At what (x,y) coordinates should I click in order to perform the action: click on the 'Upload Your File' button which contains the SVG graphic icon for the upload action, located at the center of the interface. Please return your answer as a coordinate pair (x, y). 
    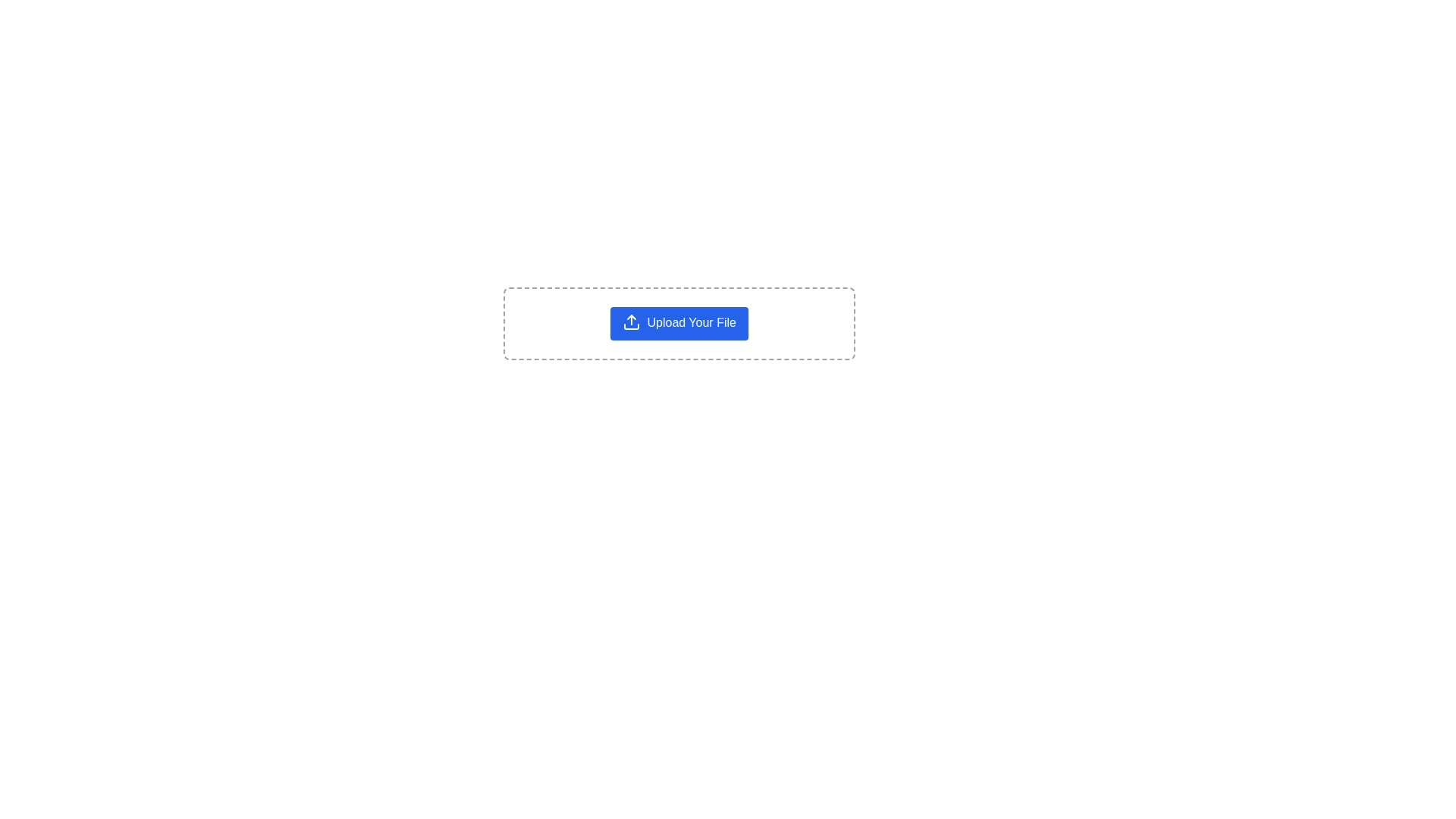
    Looking at the image, I should click on (632, 321).